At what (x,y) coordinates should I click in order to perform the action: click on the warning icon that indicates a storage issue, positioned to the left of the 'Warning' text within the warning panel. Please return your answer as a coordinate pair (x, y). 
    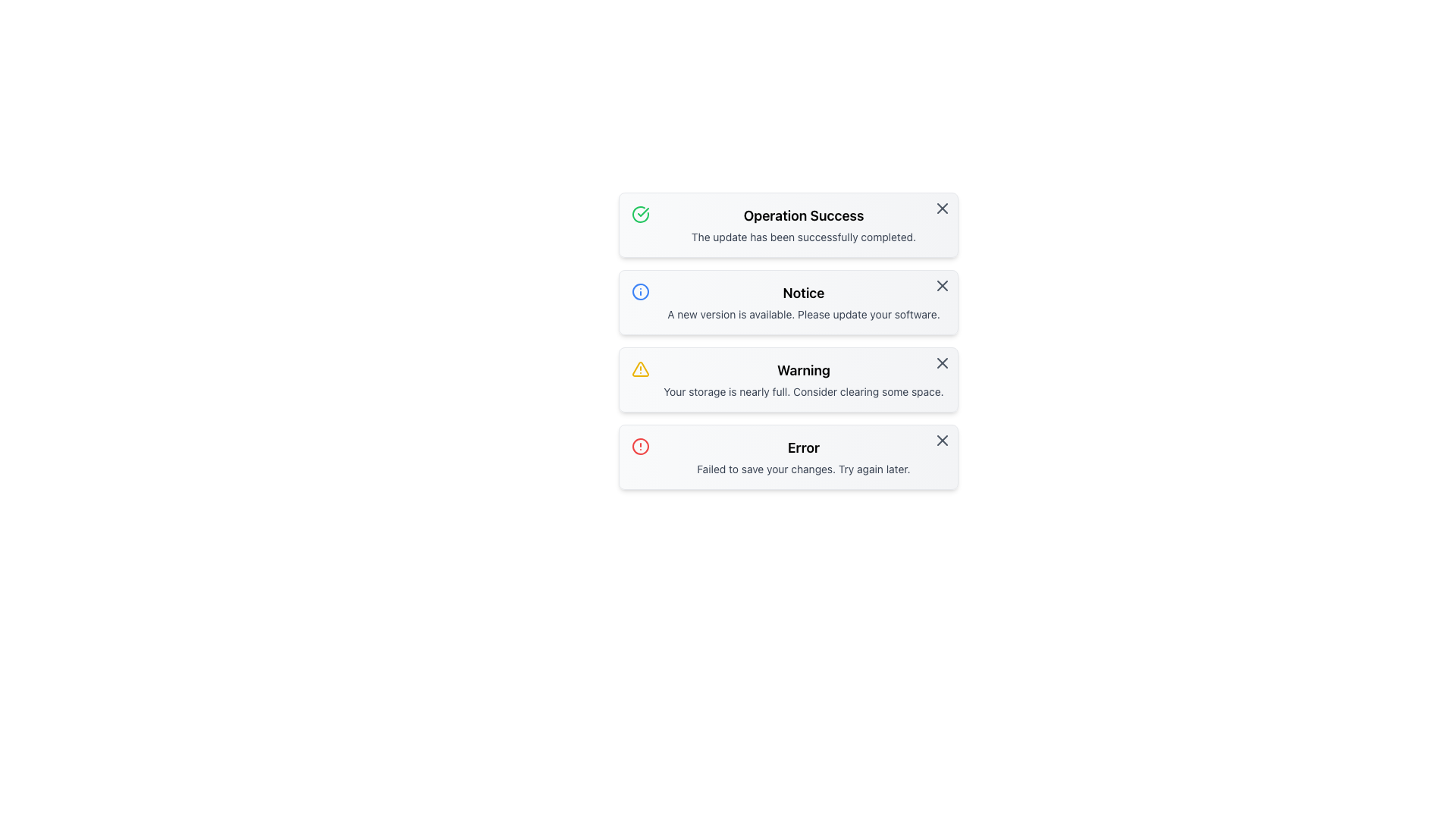
    Looking at the image, I should click on (640, 369).